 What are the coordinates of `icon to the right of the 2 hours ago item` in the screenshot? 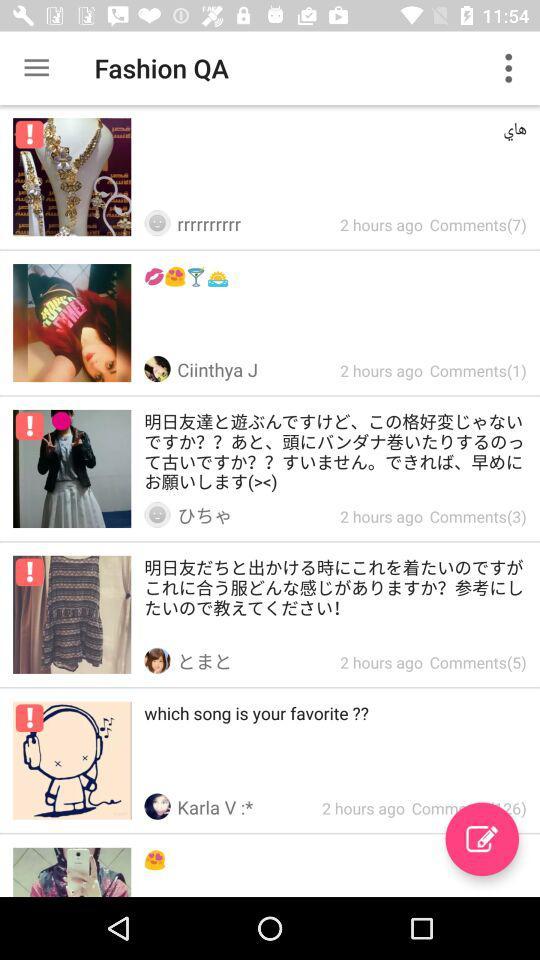 It's located at (481, 839).